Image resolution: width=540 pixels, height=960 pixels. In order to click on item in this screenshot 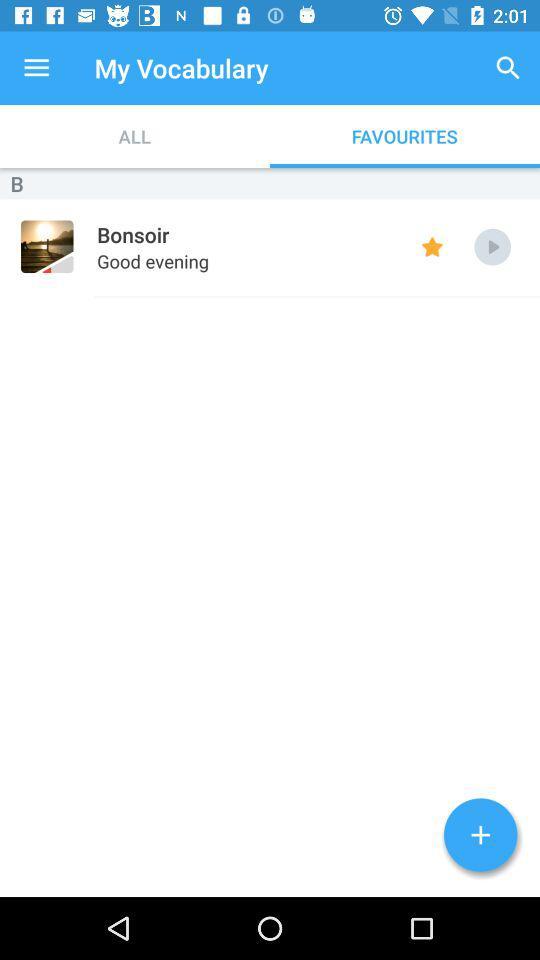, I will do `click(479, 835)`.